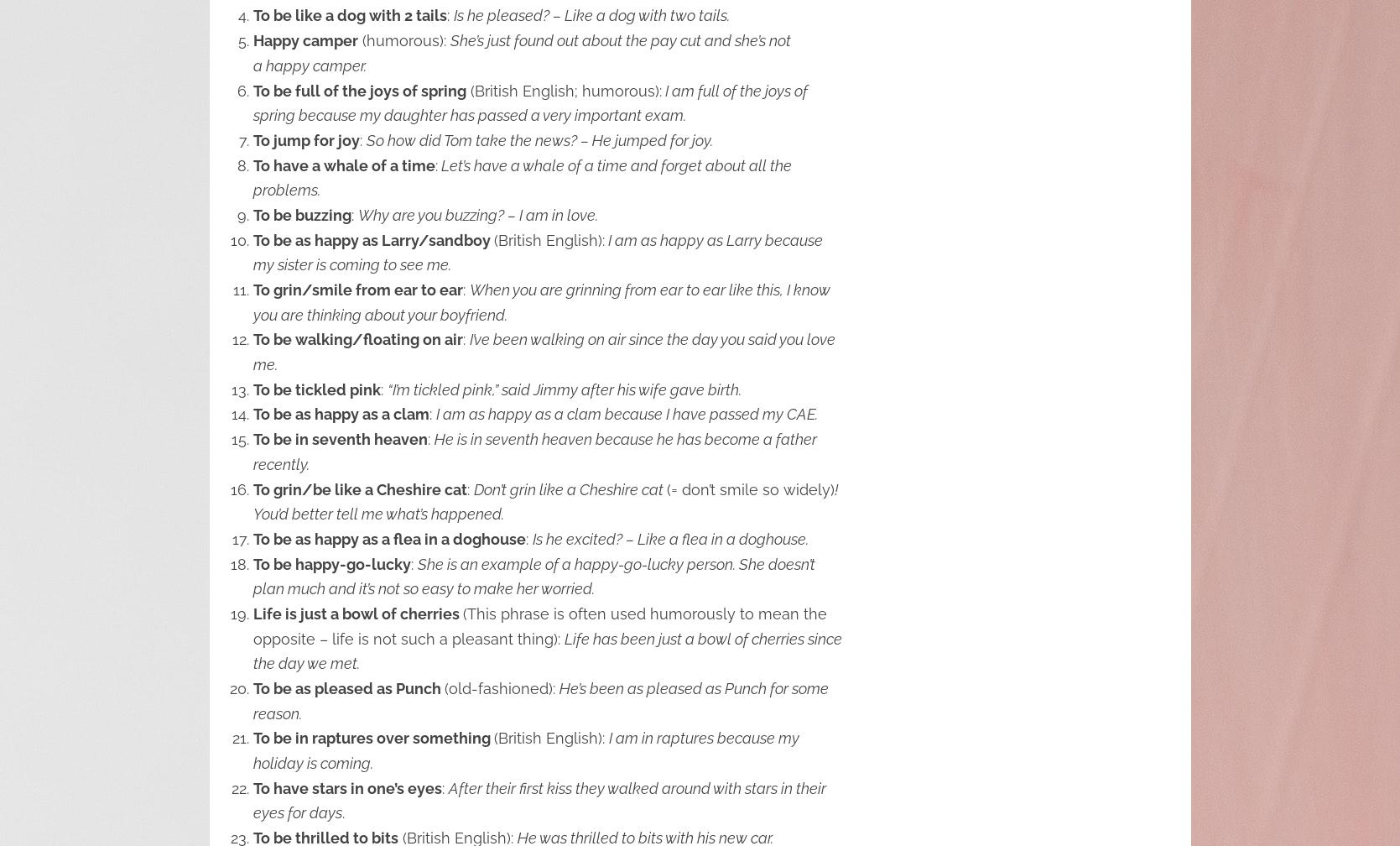 The image size is (1400, 846). I want to click on 'To be walking/floating on air', so click(252, 339).